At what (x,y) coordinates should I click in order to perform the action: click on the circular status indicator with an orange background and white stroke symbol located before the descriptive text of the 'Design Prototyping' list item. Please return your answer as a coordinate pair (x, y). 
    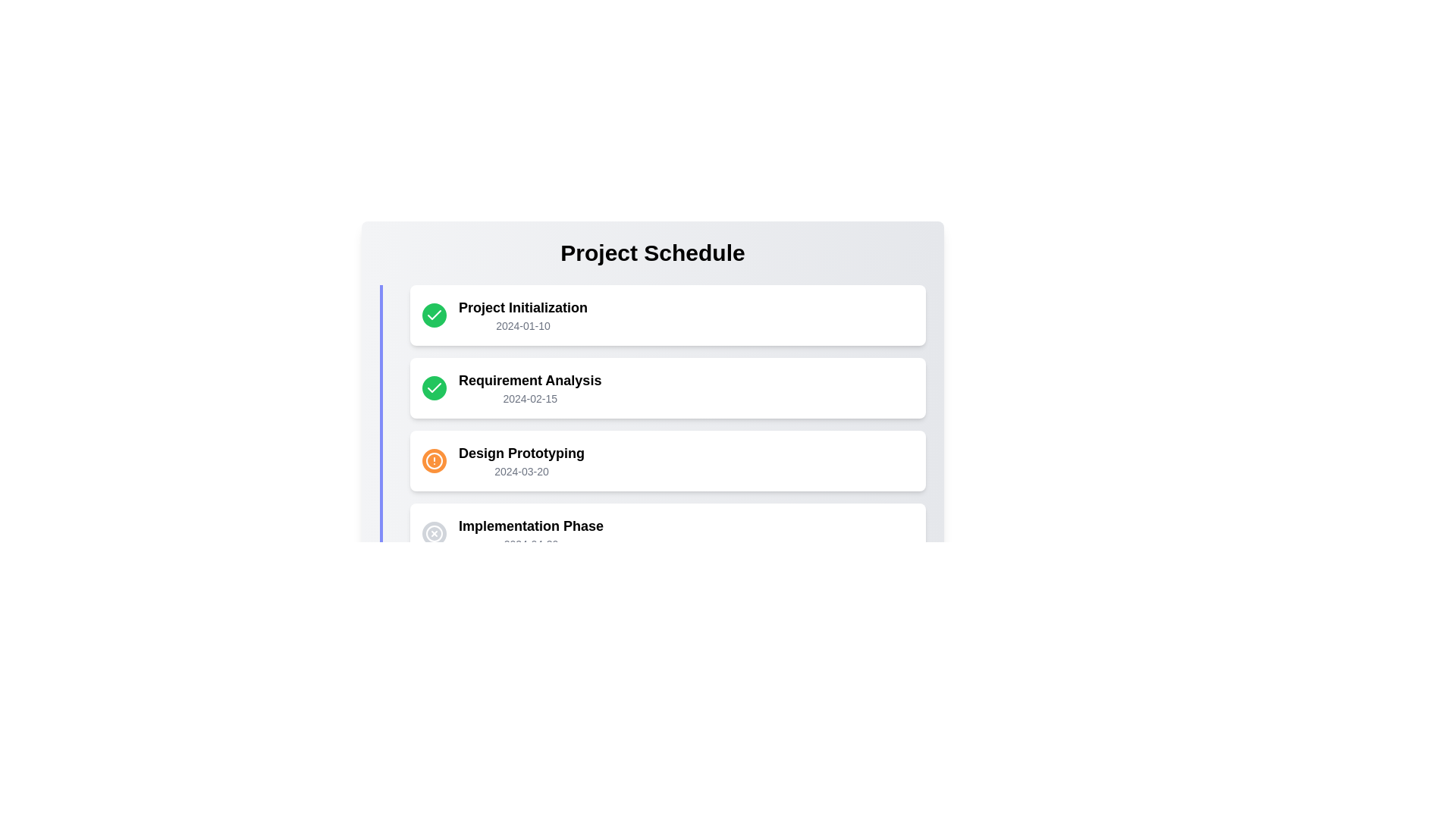
    Looking at the image, I should click on (433, 460).